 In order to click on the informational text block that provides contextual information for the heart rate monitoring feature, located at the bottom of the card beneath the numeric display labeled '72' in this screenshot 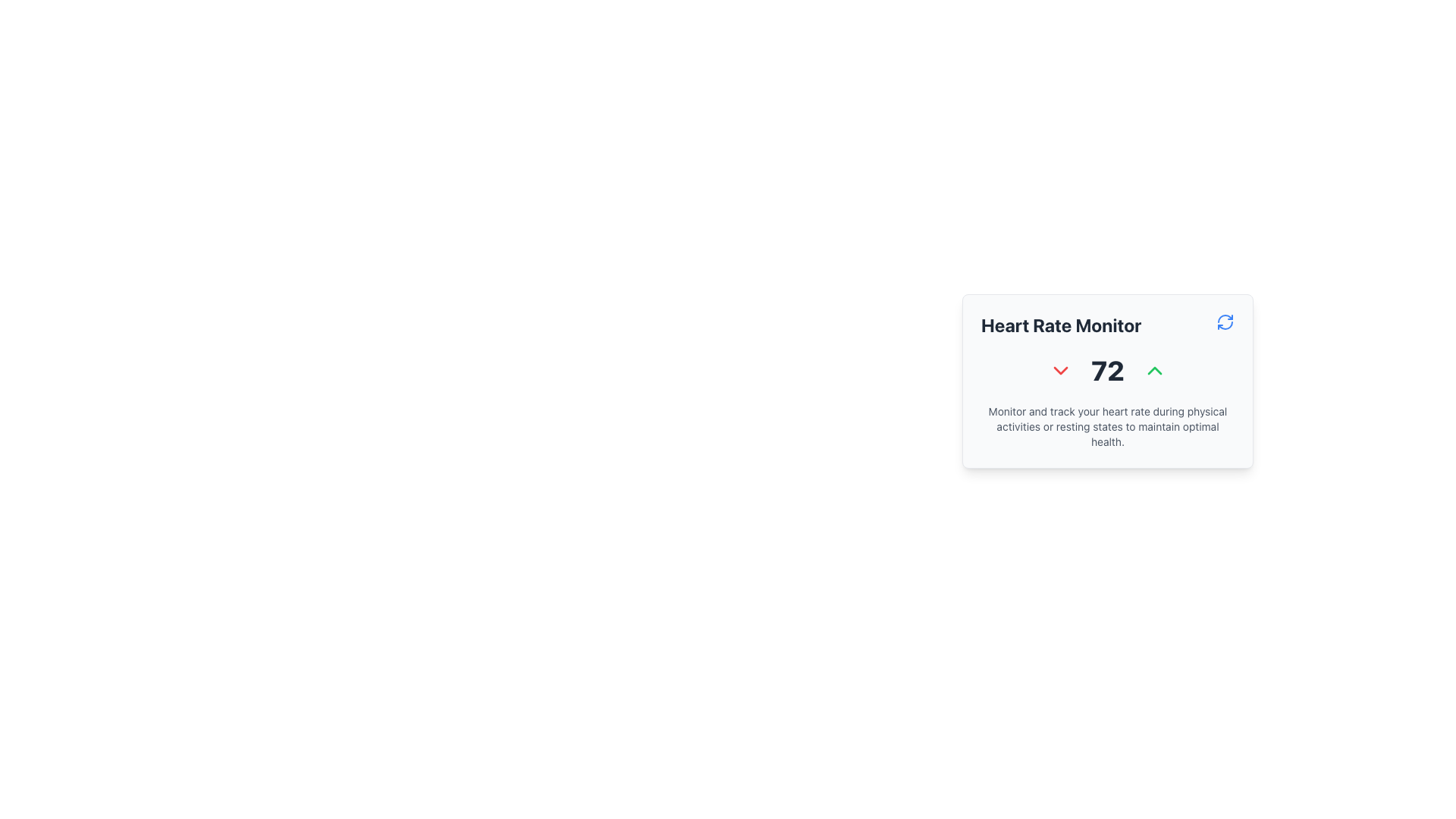, I will do `click(1107, 427)`.